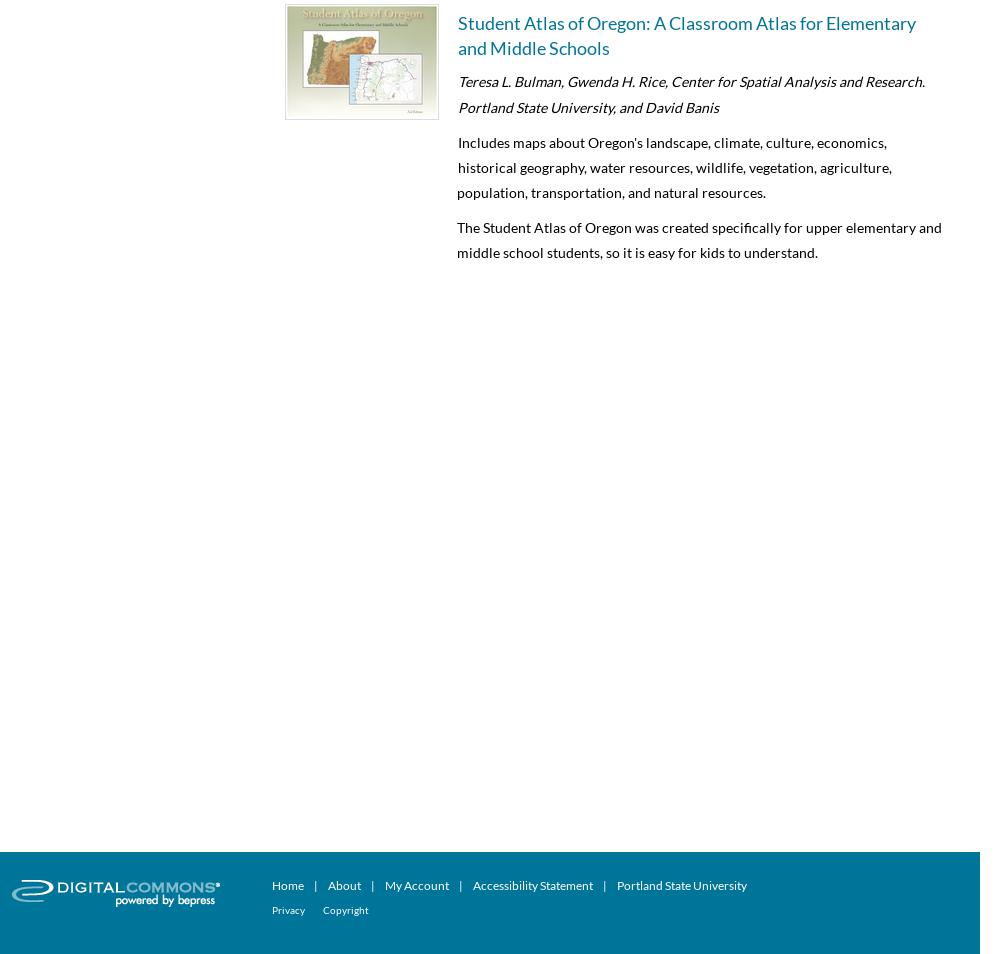 Image resolution: width=996 pixels, height=954 pixels. Describe the element at coordinates (533, 884) in the screenshot. I see `'Accessibility Statement'` at that location.